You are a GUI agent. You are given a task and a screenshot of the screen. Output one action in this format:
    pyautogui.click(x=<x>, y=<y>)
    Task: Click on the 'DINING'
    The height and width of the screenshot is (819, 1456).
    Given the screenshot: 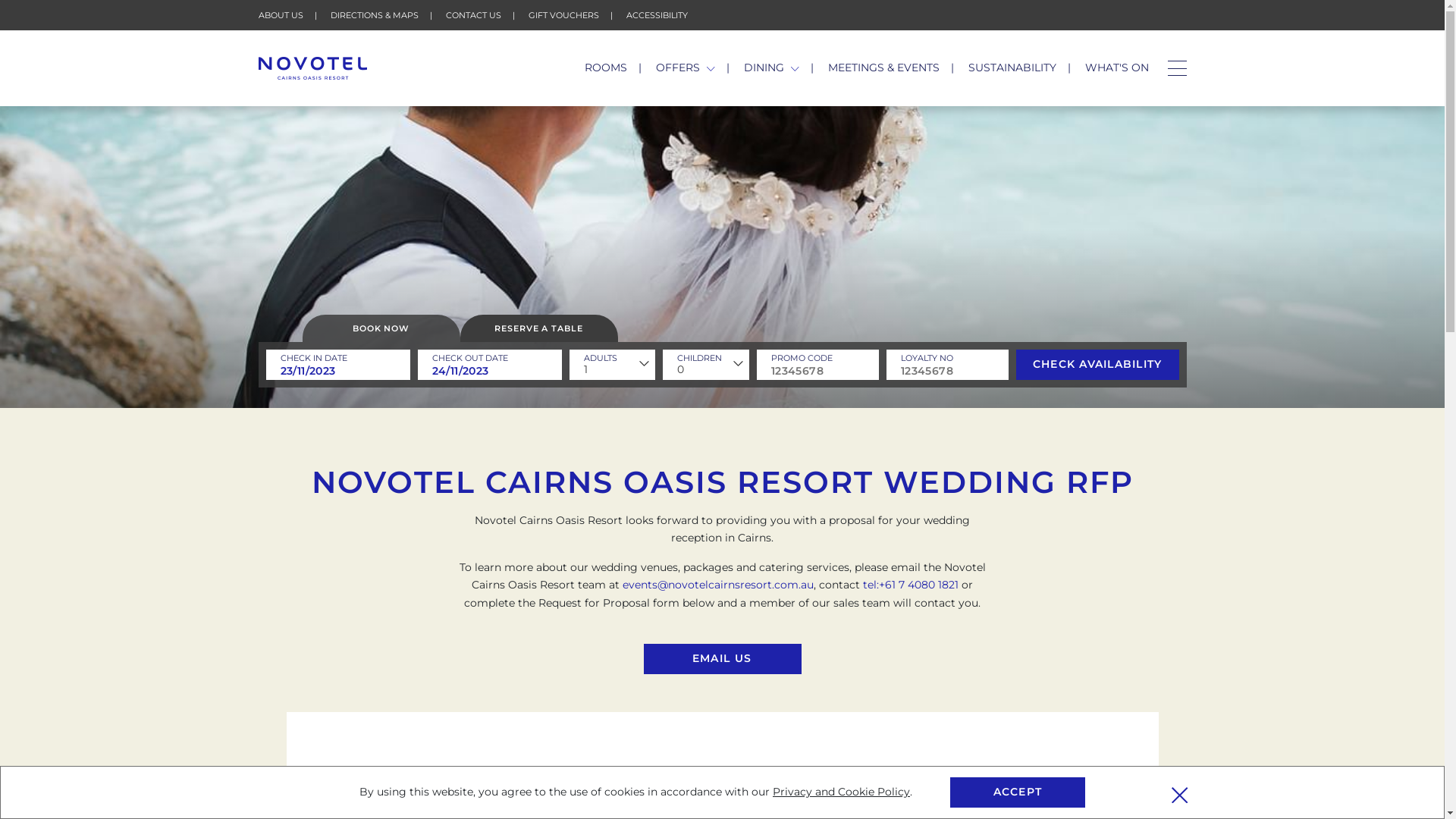 What is the action you would take?
    pyautogui.click(x=771, y=67)
    